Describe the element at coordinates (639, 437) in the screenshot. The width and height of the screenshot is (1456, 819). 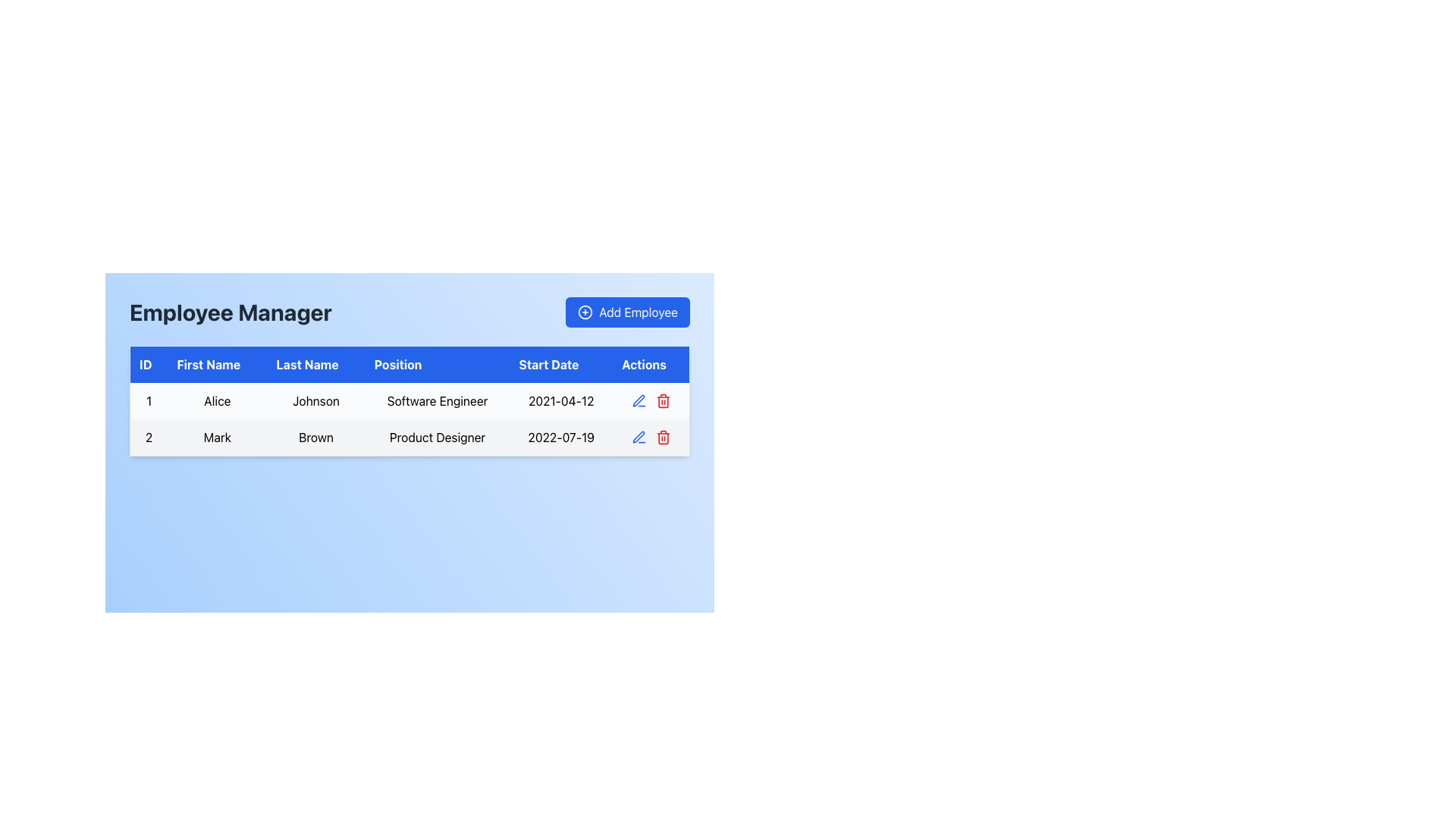
I see `the icon button that resembles a stylized pen or edit symbol located in the 'Actions' column of the second row in the table, positioned to the left of the trash bin icon` at that location.